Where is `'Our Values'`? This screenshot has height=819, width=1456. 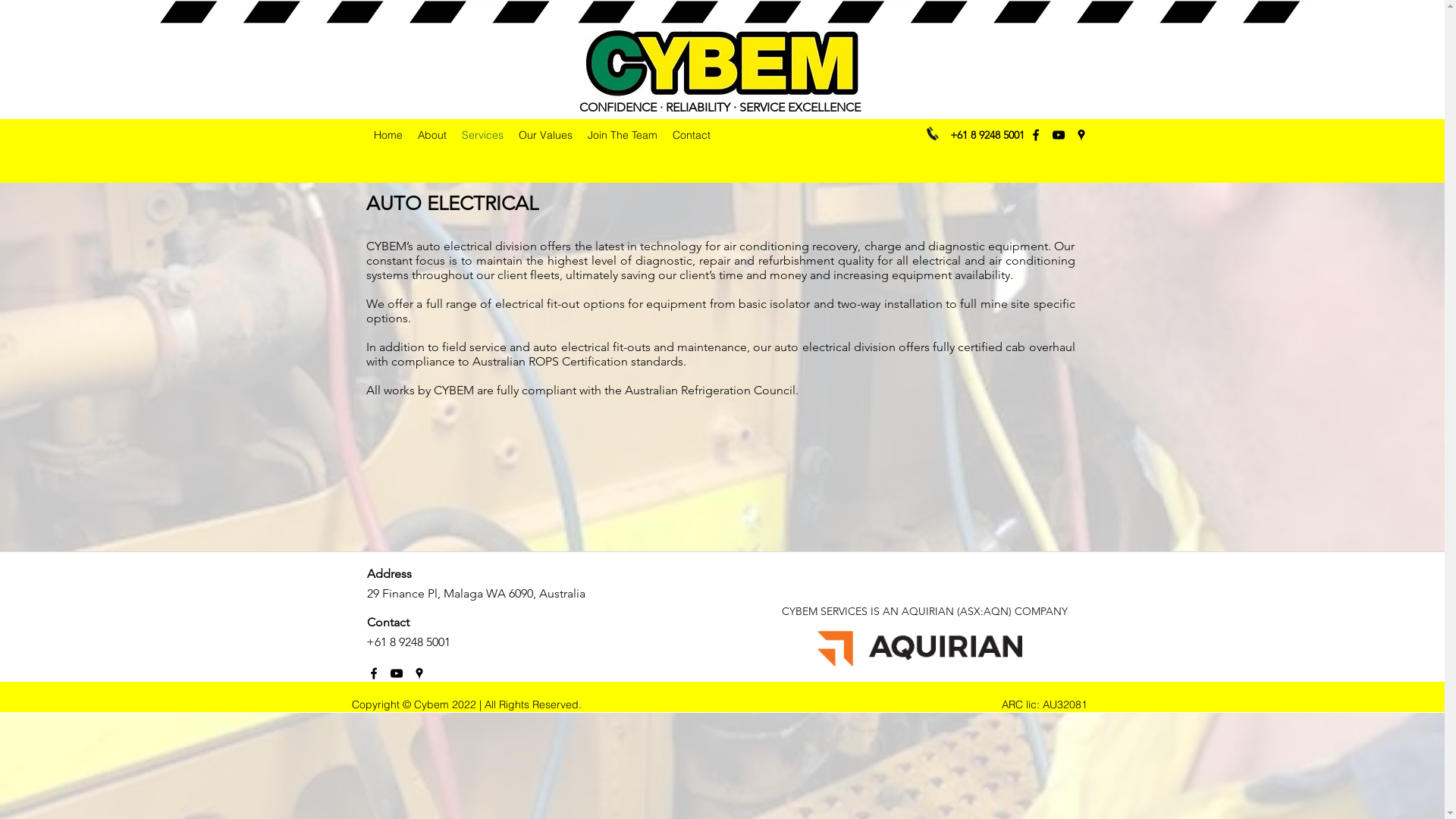
'Our Values' is located at coordinates (510, 133).